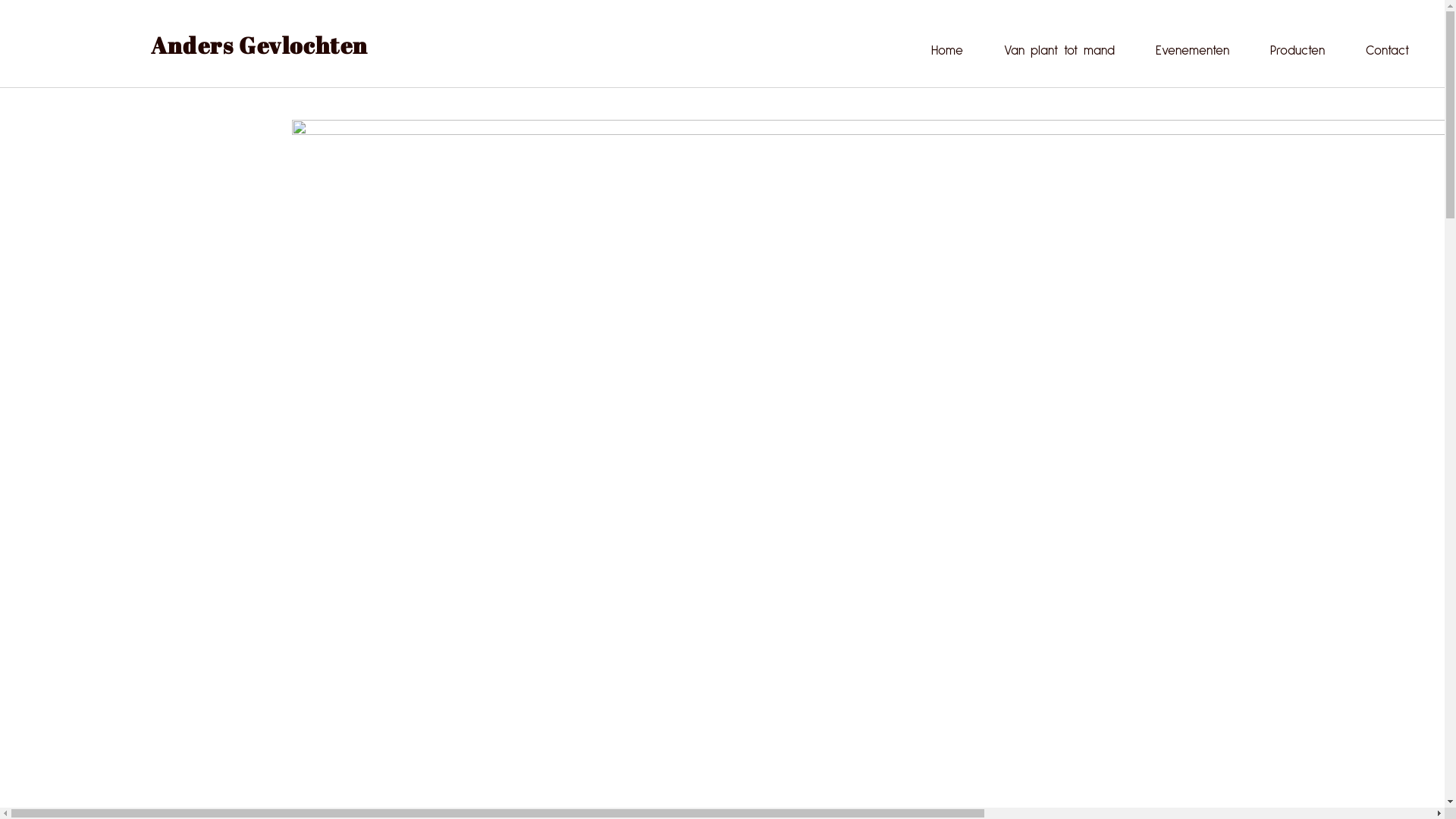  I want to click on 'Contact', so click(1387, 49).